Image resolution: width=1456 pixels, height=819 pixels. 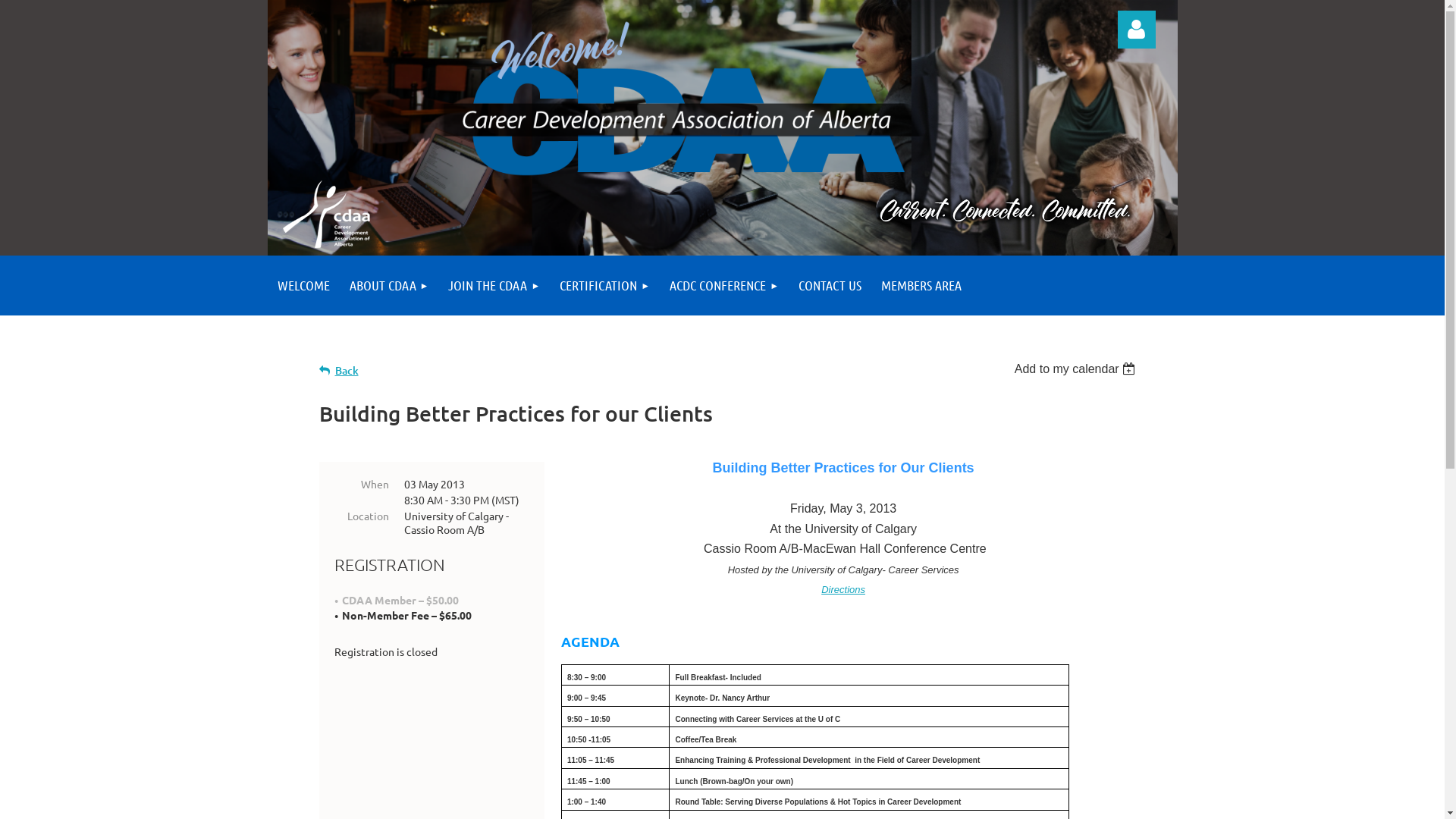 What do you see at coordinates (920, 285) in the screenshot?
I see `'MEMBERS AREA'` at bounding box center [920, 285].